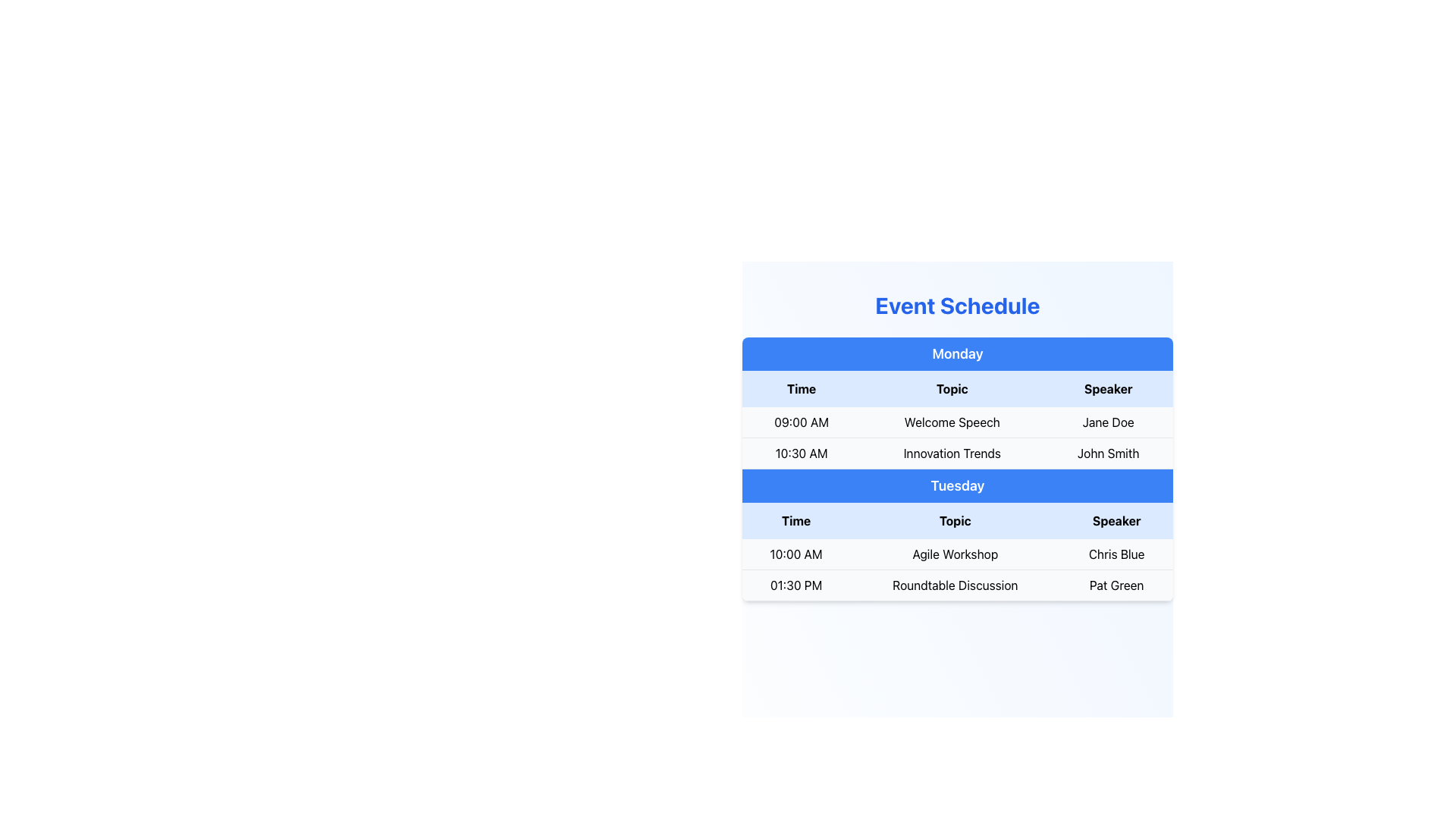  What do you see at coordinates (956, 452) in the screenshot?
I see `the table row displaying the event scheduled for '10:30 AM' titled 'Innovation Trends' with speaker 'John Smith'` at bounding box center [956, 452].